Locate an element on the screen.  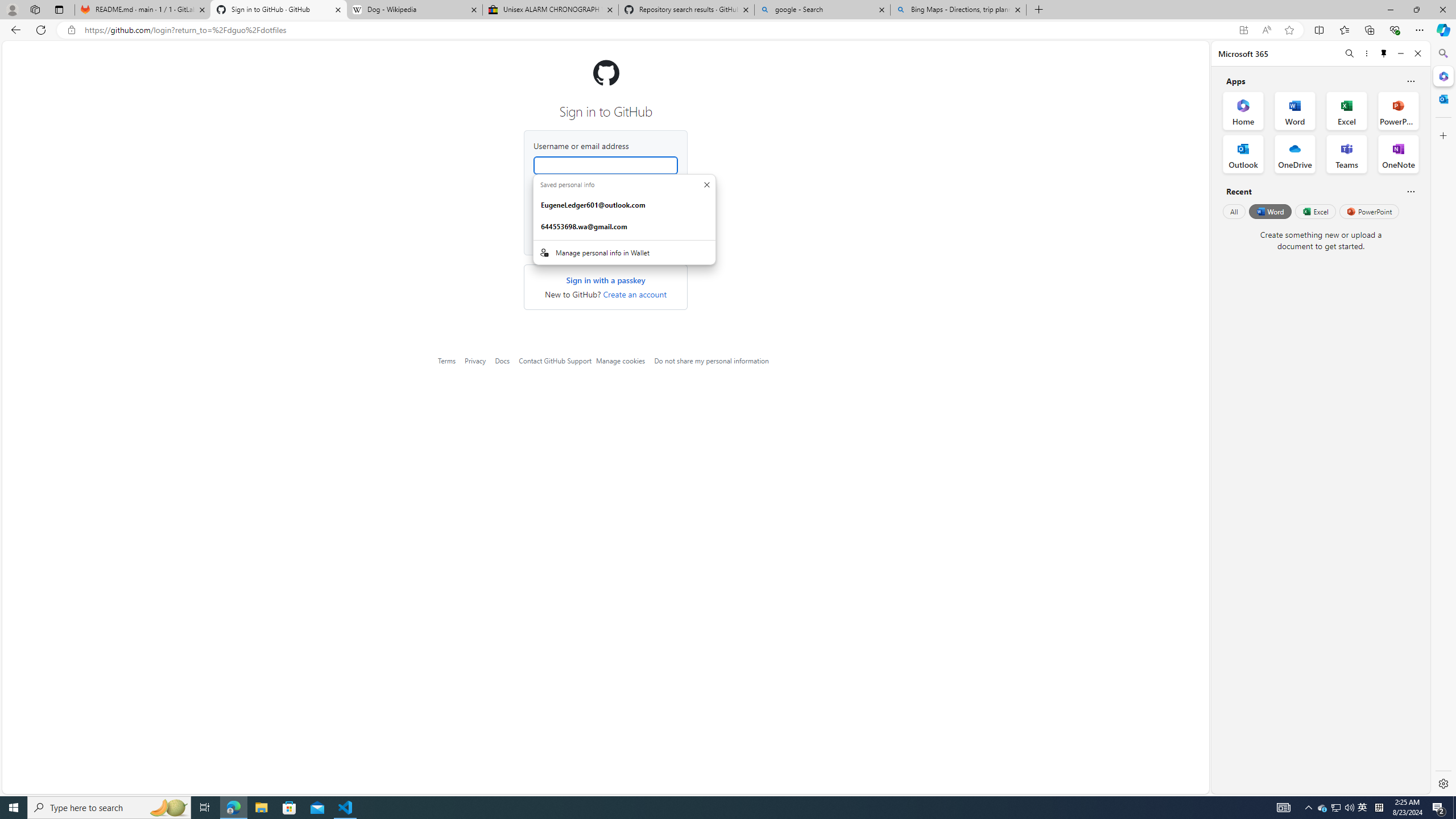
'644553698.wa@gmail.com. :Basic info suggestion.' is located at coordinates (624, 226).